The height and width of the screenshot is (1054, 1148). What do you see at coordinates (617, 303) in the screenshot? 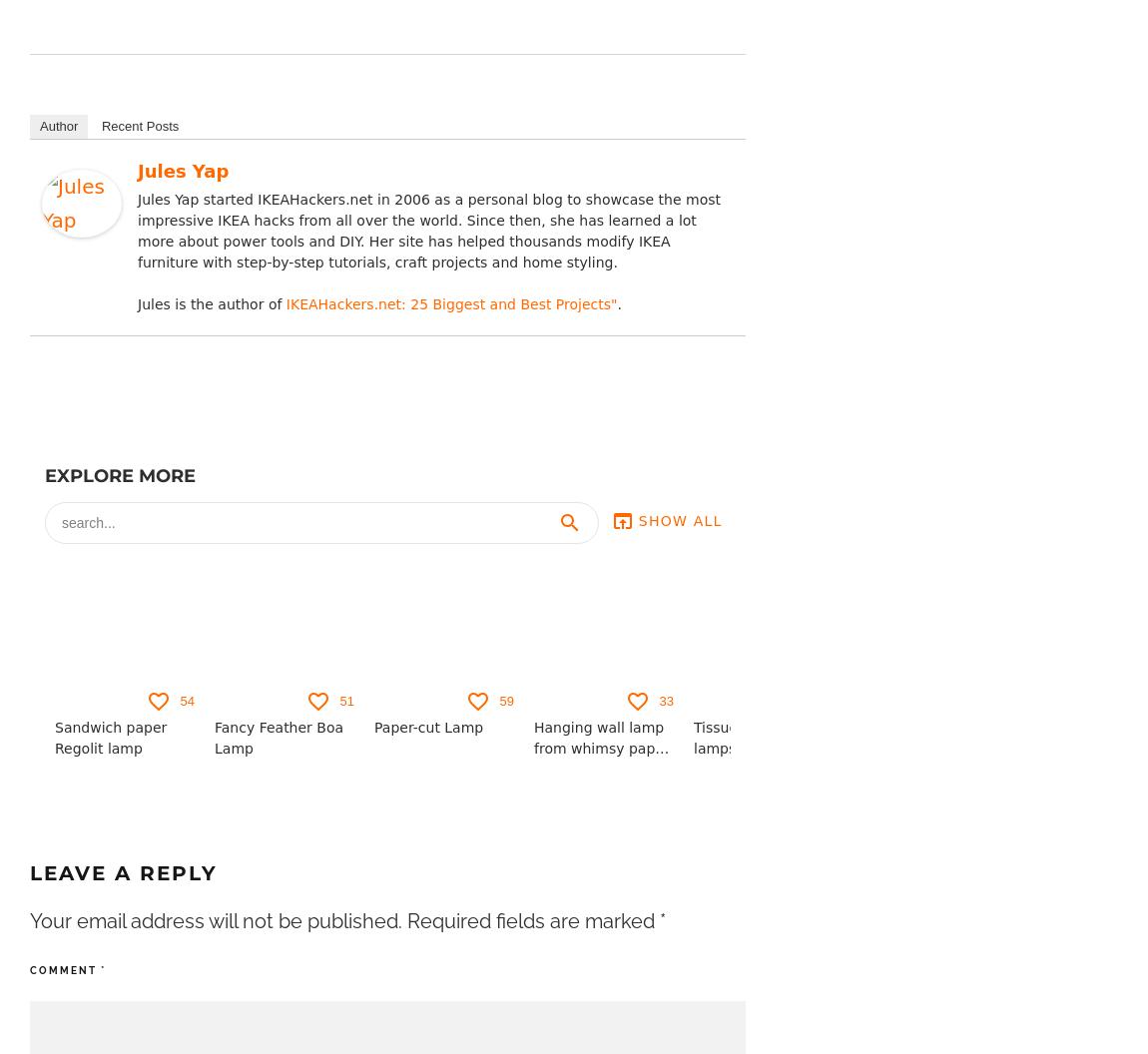
I see `'.'` at bounding box center [617, 303].